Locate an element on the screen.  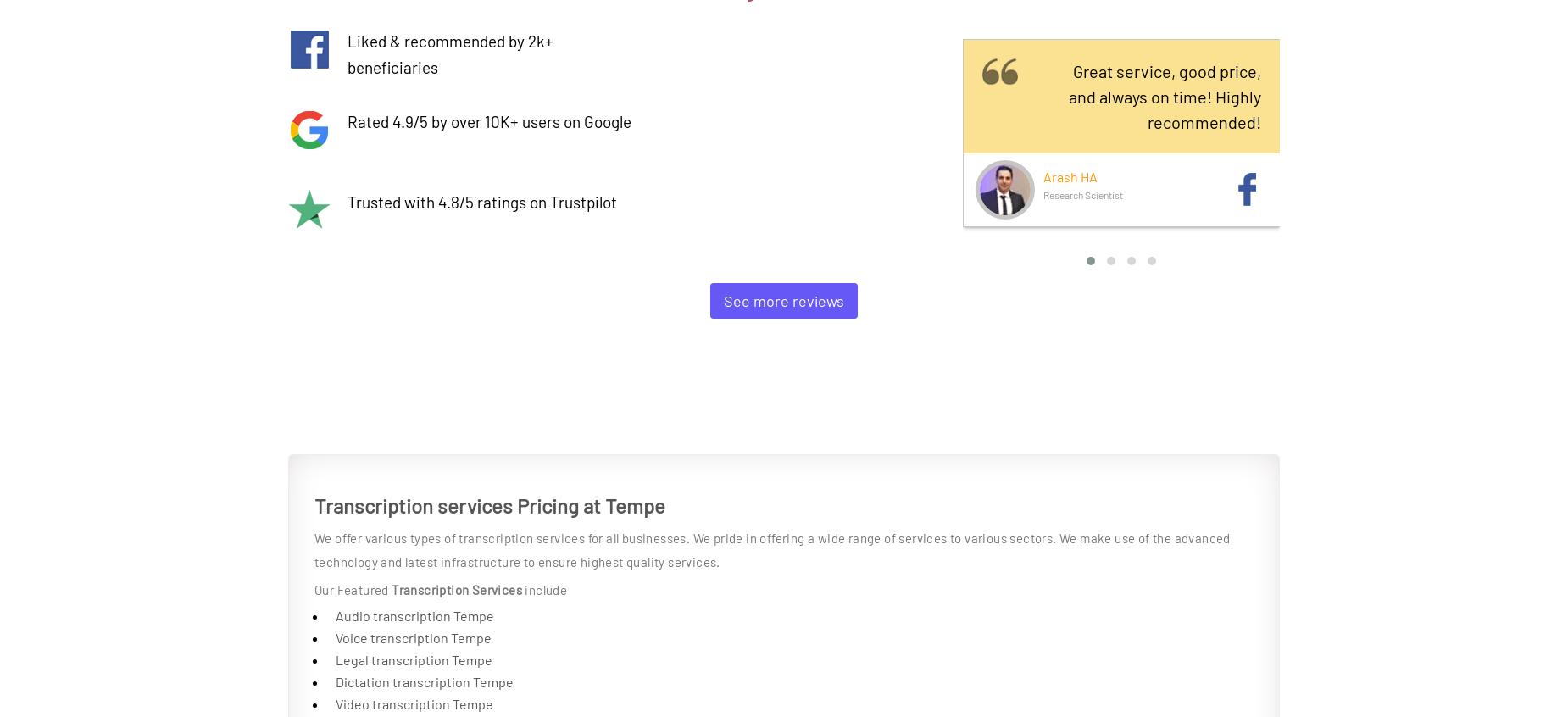
'See more reviews' is located at coordinates (723, 300).